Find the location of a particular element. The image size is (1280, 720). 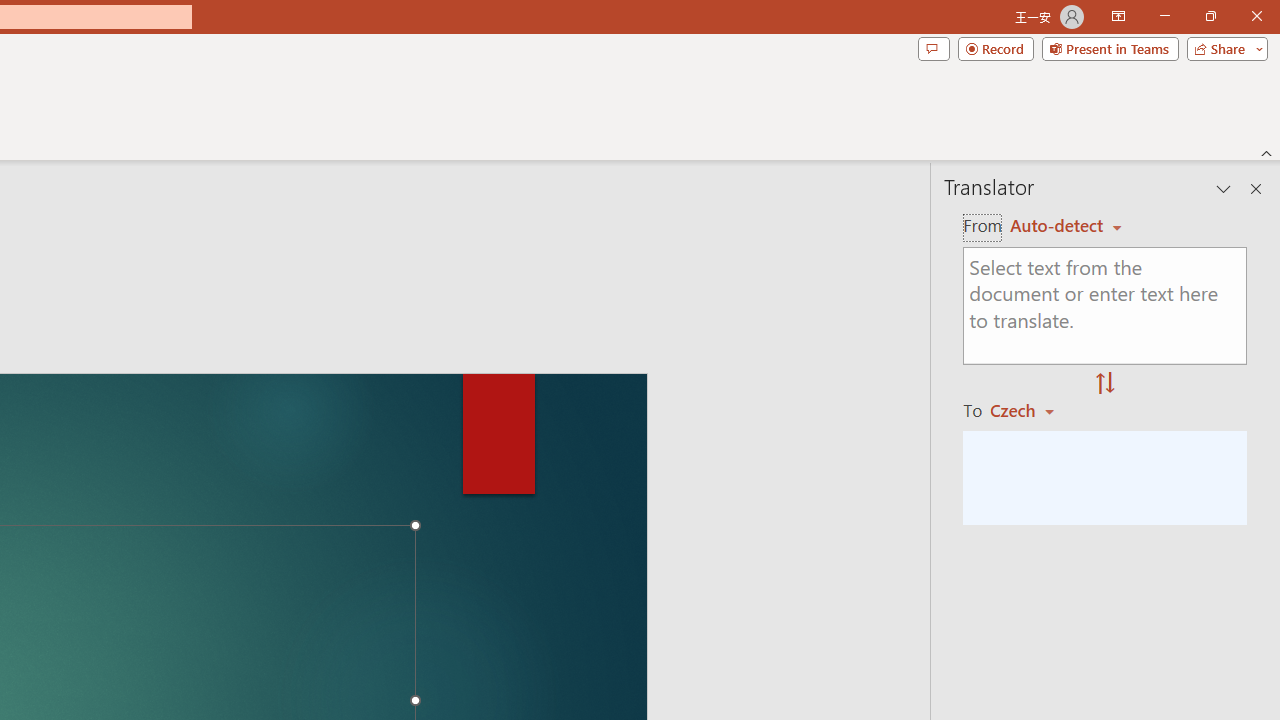

'Share' is located at coordinates (1222, 47).